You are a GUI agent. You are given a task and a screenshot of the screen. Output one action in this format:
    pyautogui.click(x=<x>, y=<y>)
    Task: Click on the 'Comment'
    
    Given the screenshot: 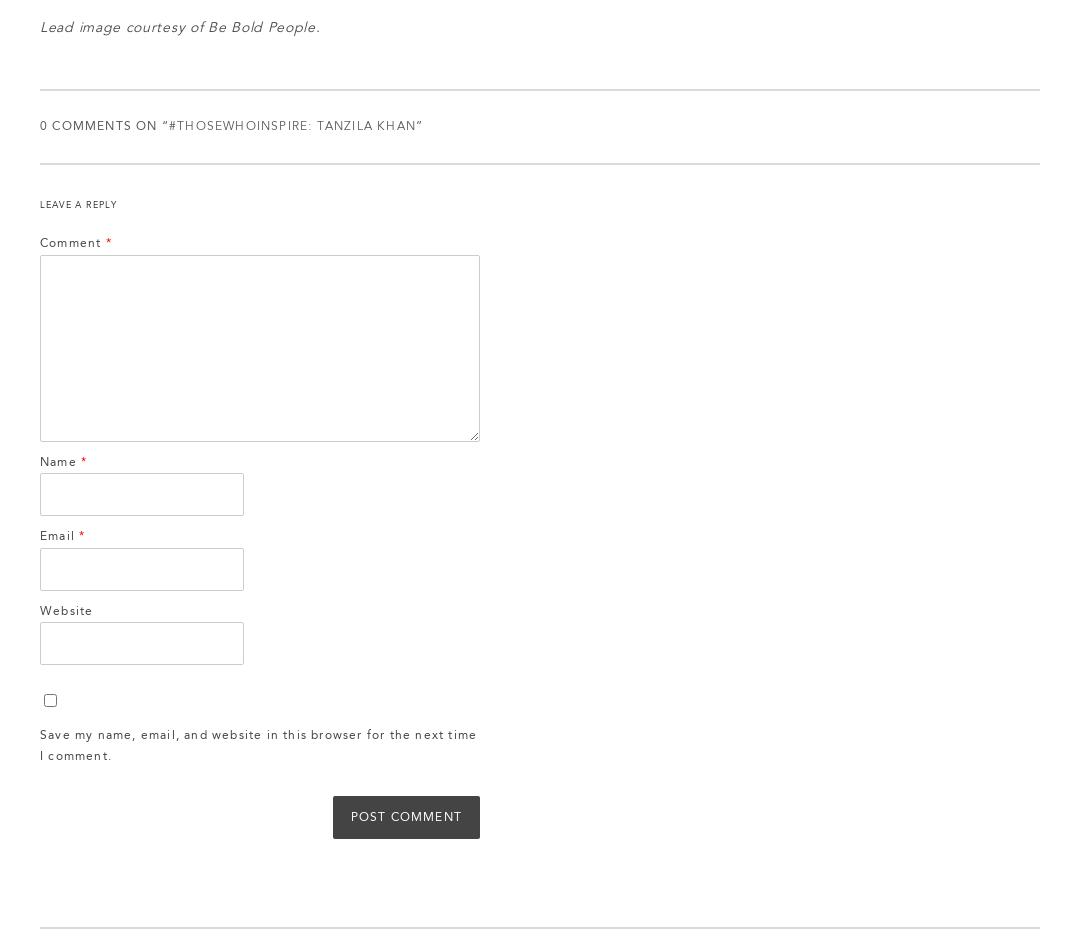 What is the action you would take?
    pyautogui.click(x=71, y=242)
    